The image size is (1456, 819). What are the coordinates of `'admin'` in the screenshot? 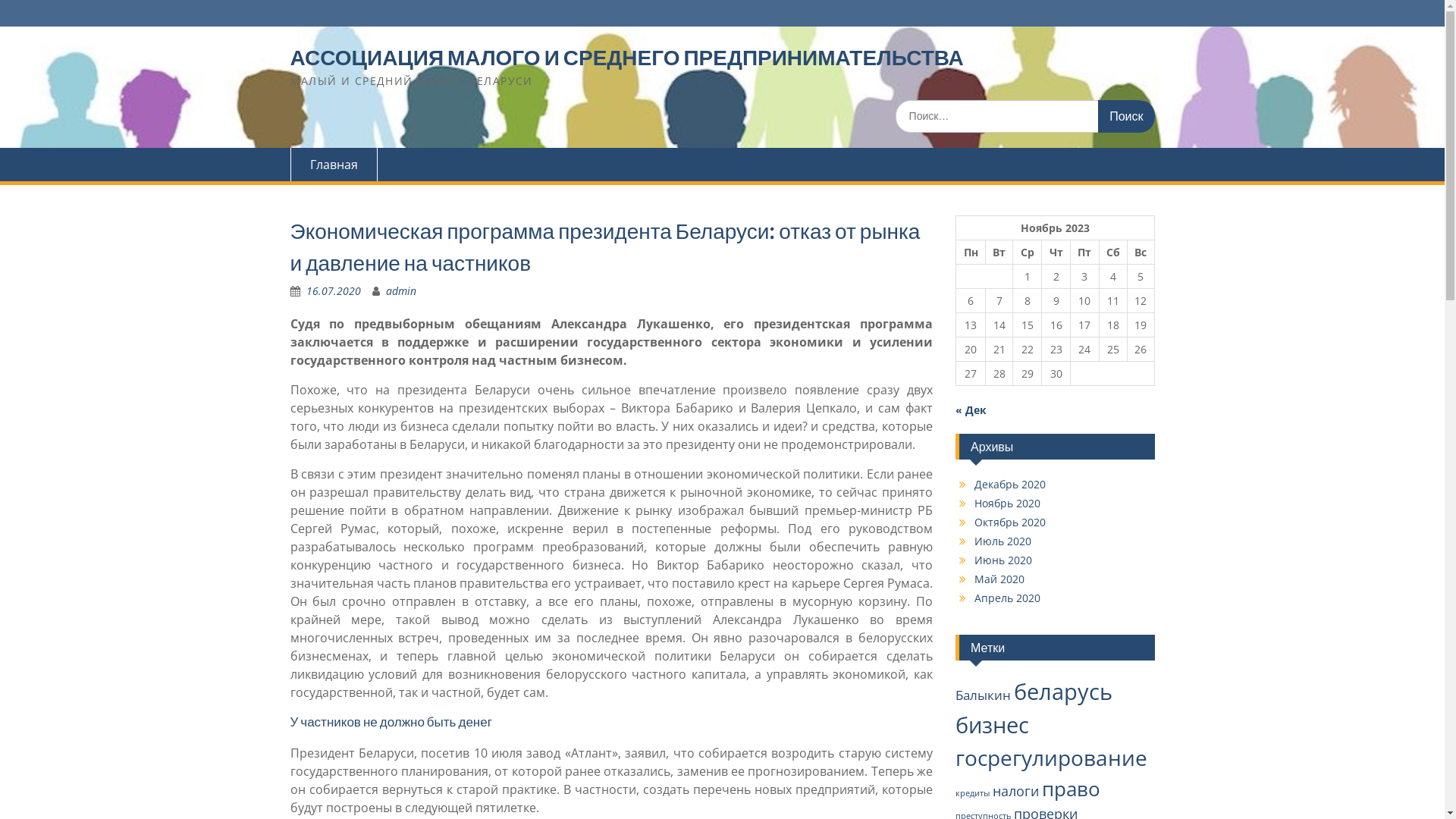 It's located at (400, 290).